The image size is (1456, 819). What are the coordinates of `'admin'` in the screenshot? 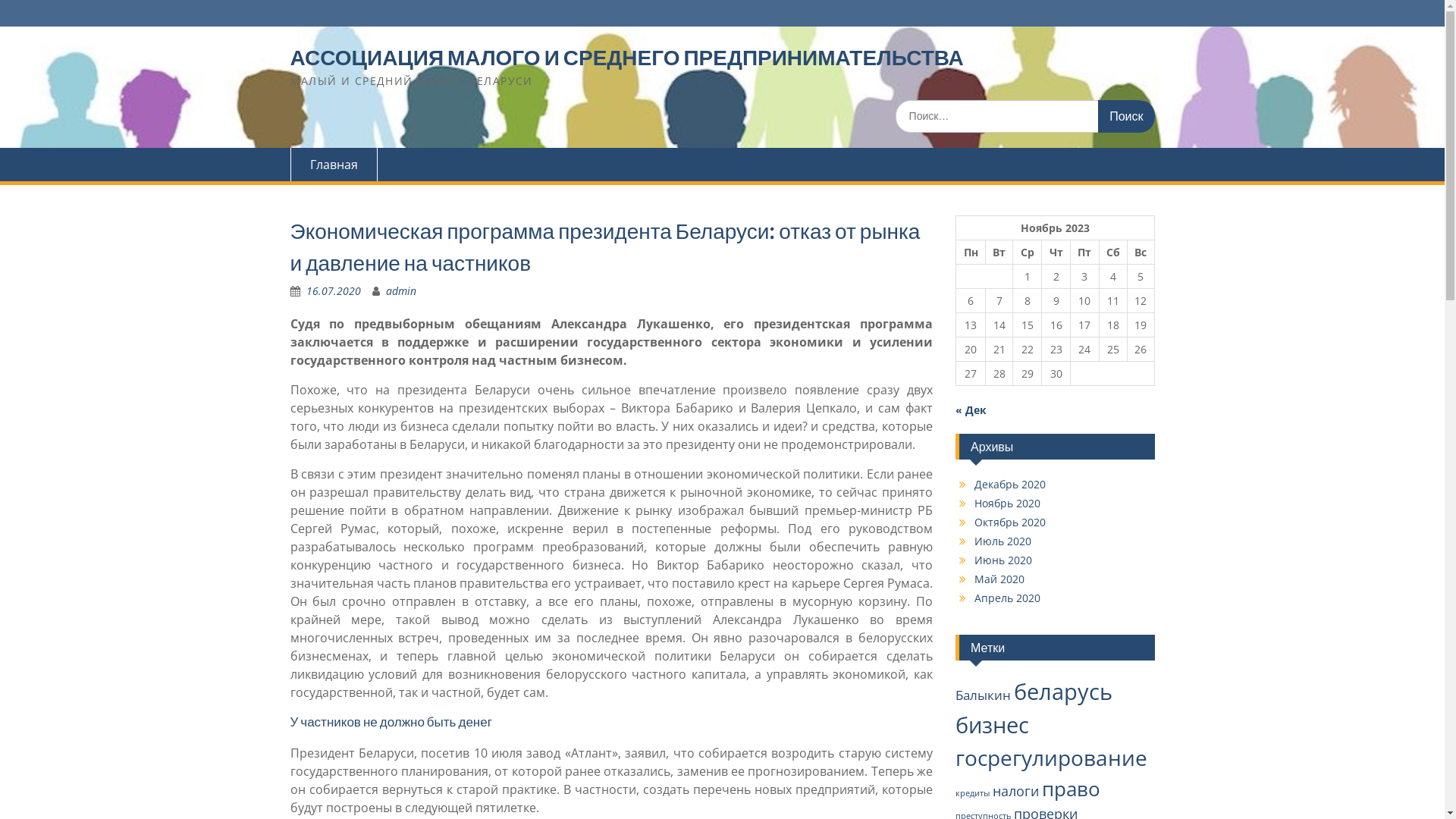 It's located at (400, 290).